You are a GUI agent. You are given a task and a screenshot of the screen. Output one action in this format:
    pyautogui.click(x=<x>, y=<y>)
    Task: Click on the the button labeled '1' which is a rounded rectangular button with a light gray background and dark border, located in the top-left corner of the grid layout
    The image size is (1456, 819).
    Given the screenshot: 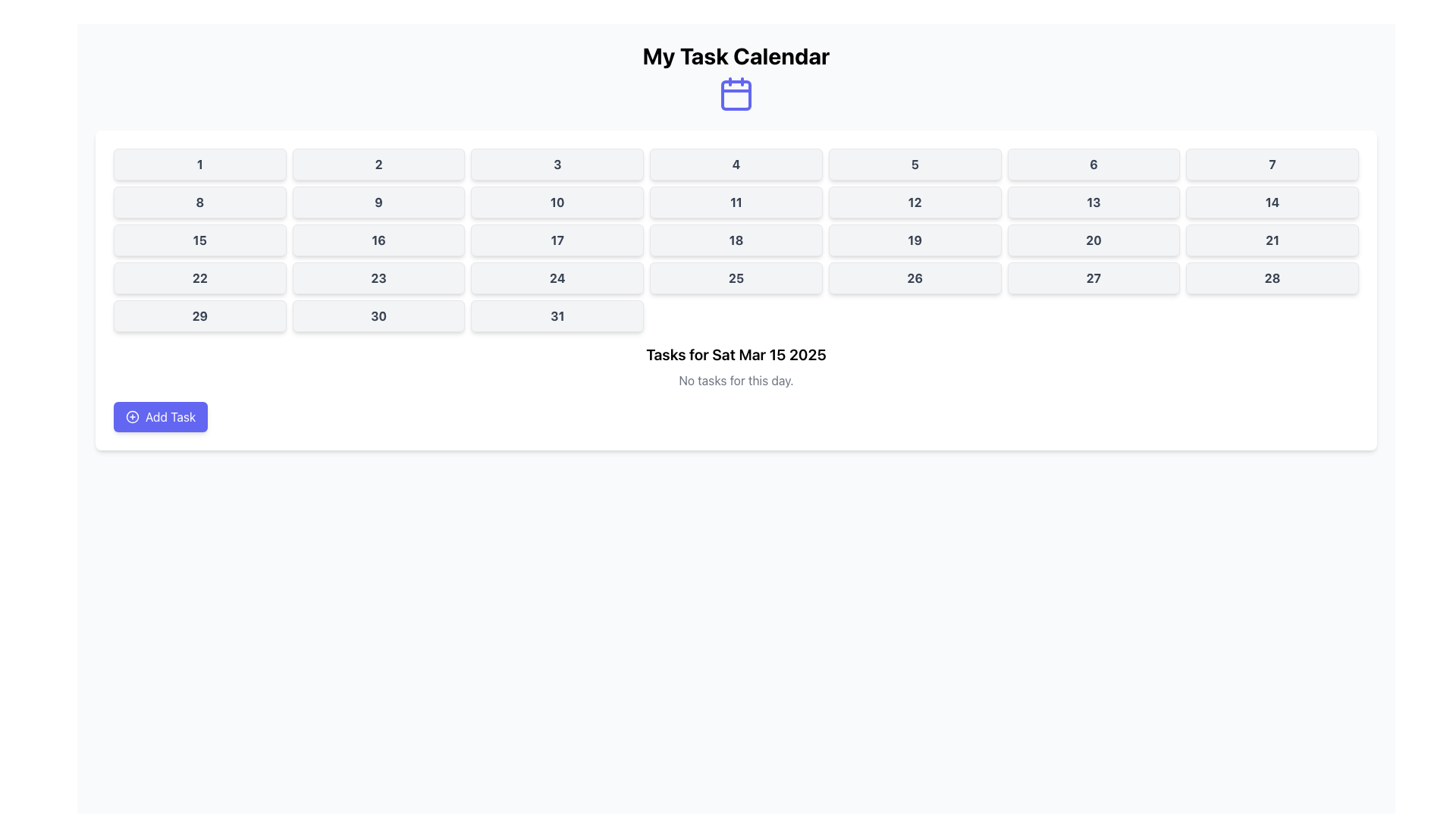 What is the action you would take?
    pyautogui.click(x=199, y=164)
    